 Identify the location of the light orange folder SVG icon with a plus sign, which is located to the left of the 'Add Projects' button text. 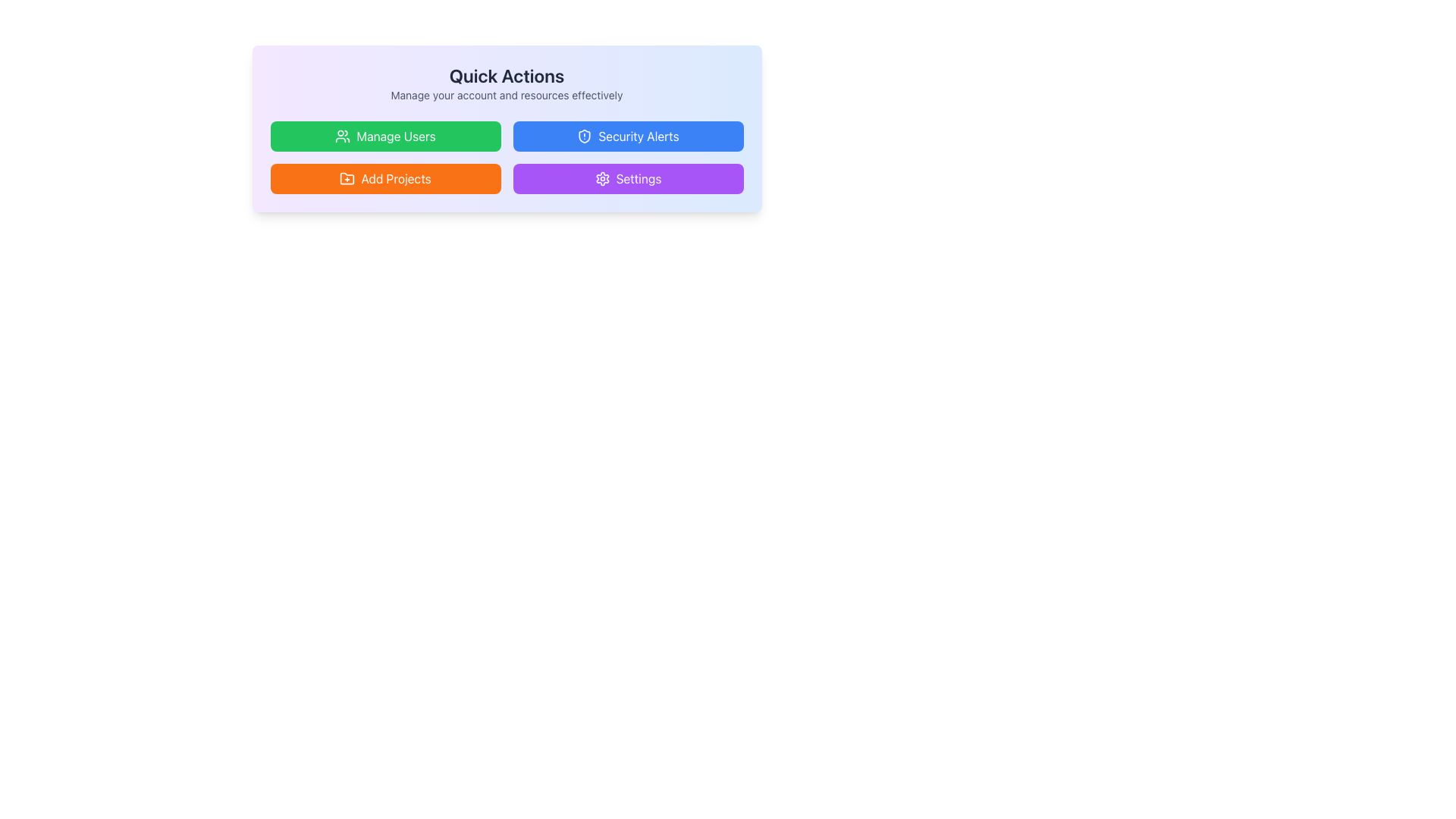
(347, 177).